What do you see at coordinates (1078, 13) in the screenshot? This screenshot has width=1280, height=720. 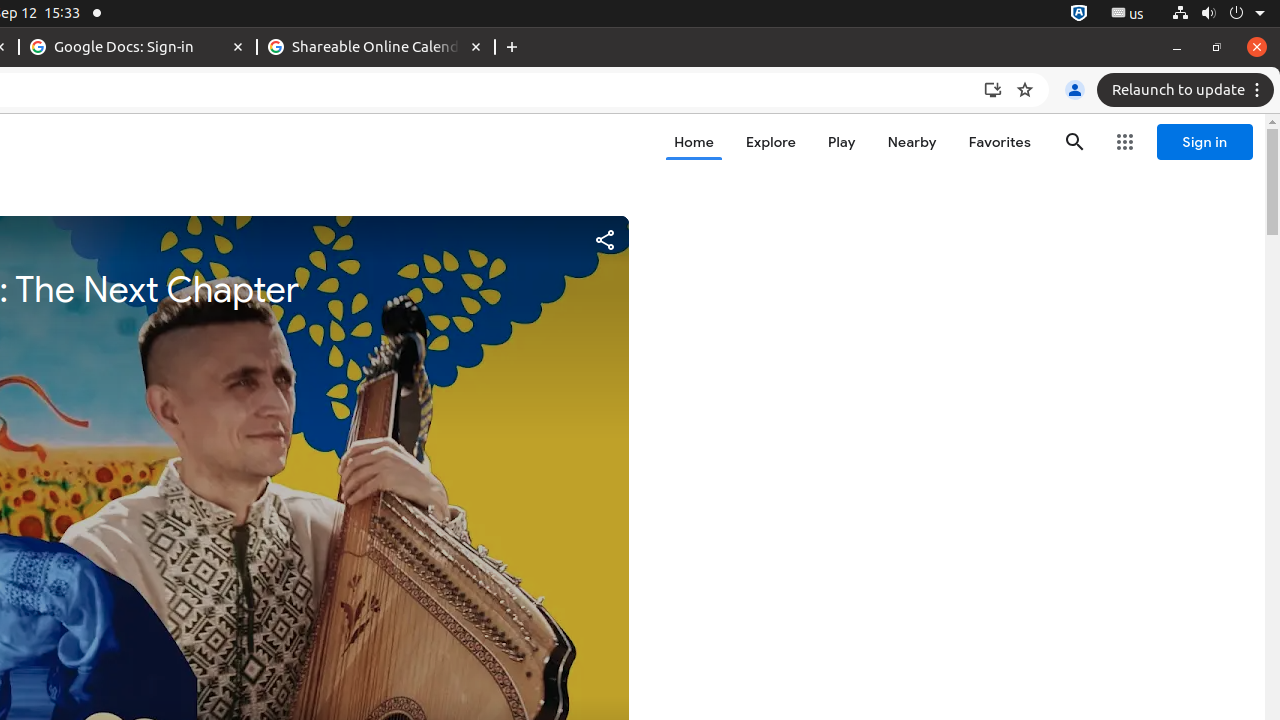 I see `':1.72/StatusNotifierItem'` at bounding box center [1078, 13].